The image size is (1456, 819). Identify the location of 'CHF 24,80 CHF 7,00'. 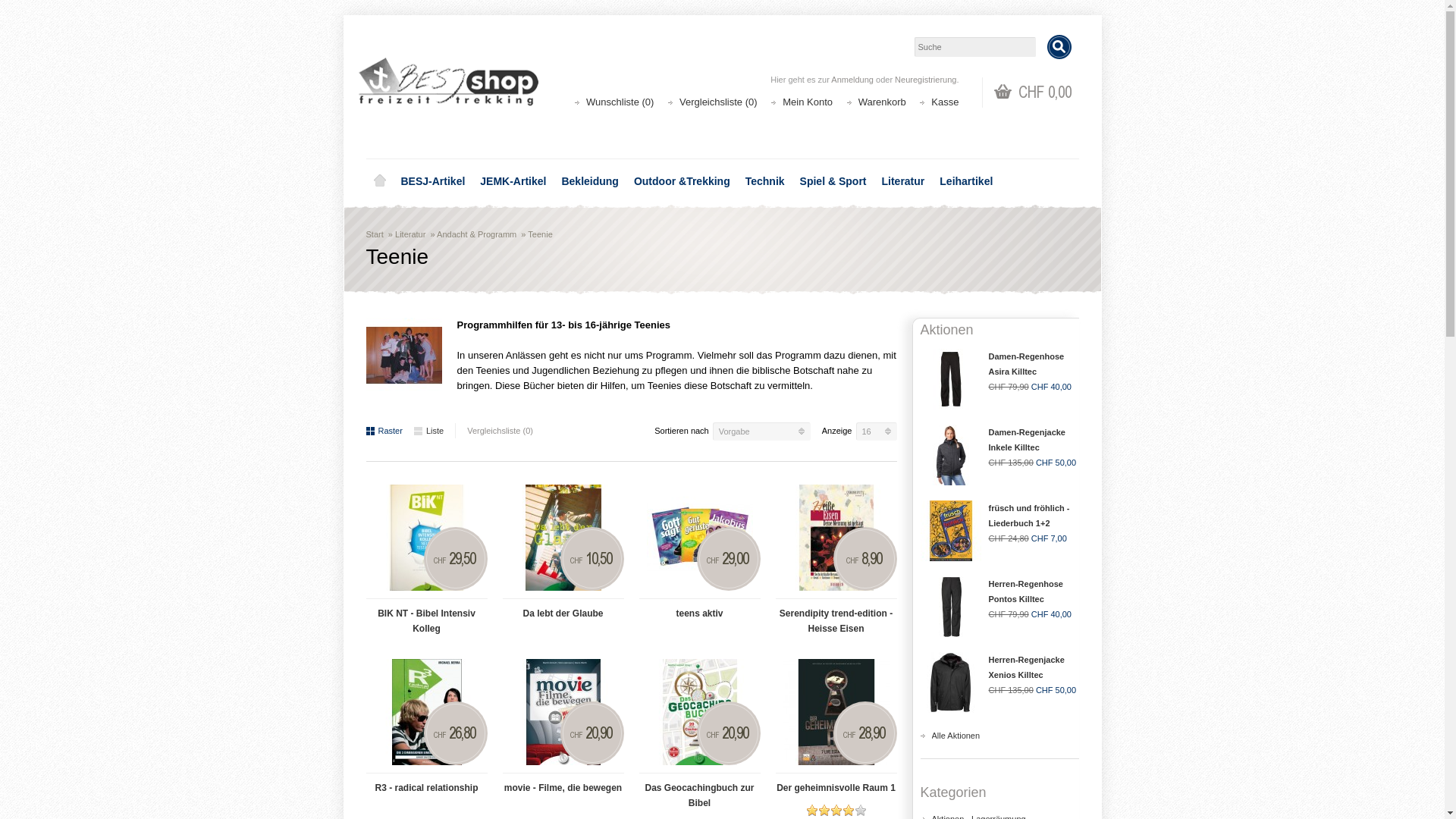
(989, 537).